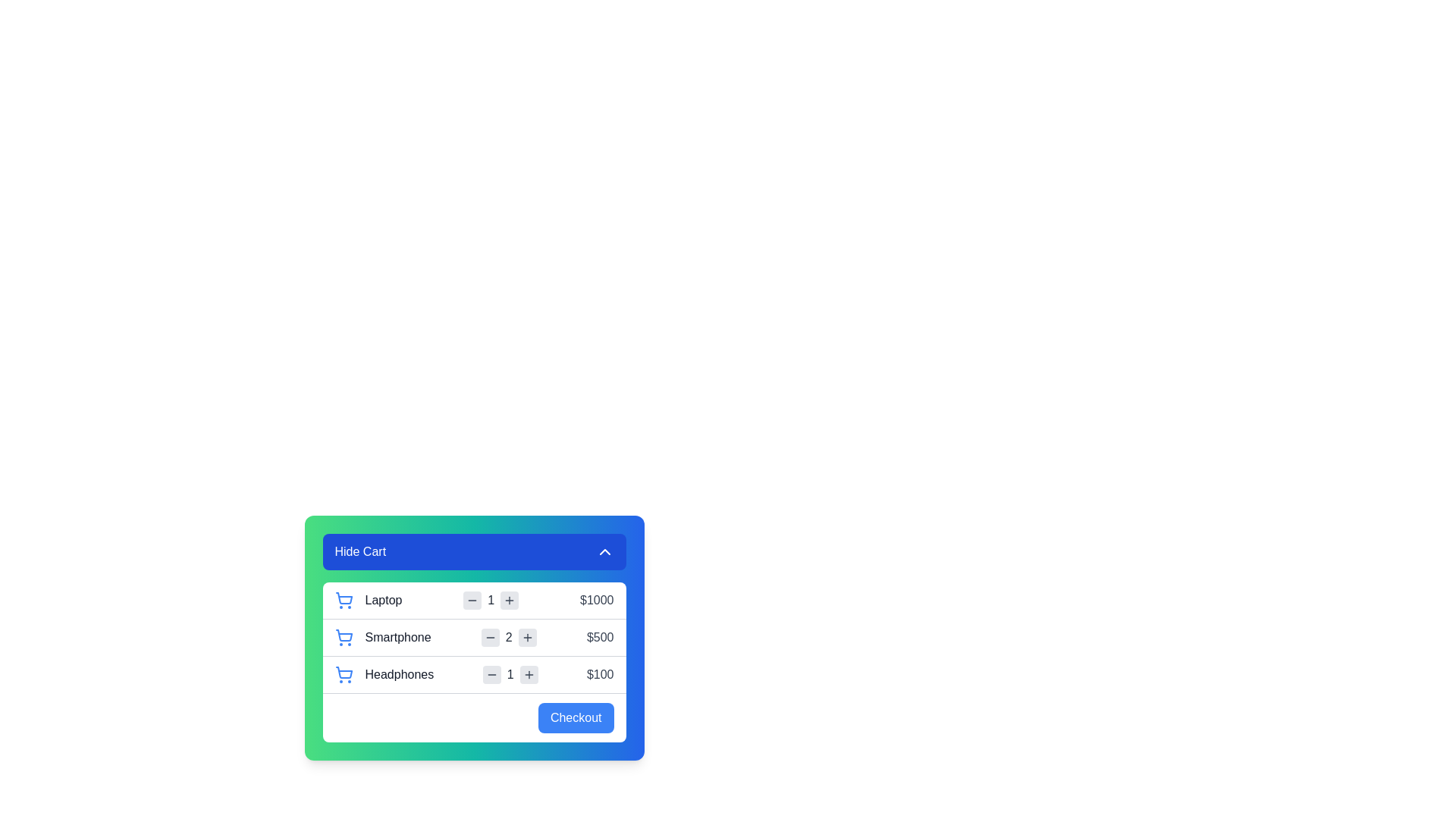  What do you see at coordinates (527, 637) in the screenshot?
I see `the plus sign icon button located to the right of the current item count in the cart interface for the 'Smartphone' item row to increment the item count` at bounding box center [527, 637].